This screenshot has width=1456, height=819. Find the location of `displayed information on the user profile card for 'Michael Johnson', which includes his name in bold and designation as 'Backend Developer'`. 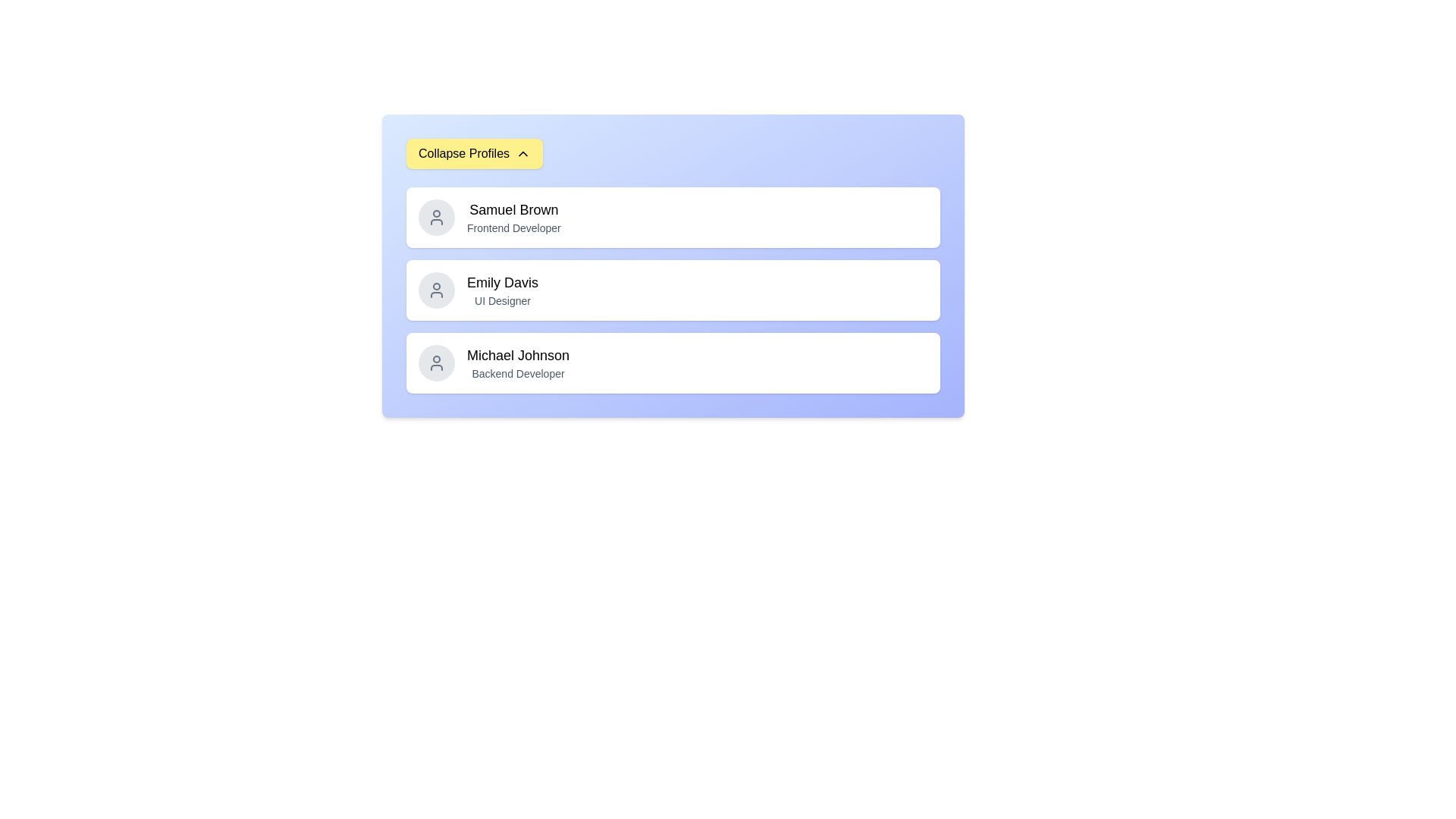

displayed information on the user profile card for 'Michael Johnson', which includes his name in bold and designation as 'Backend Developer' is located at coordinates (673, 362).